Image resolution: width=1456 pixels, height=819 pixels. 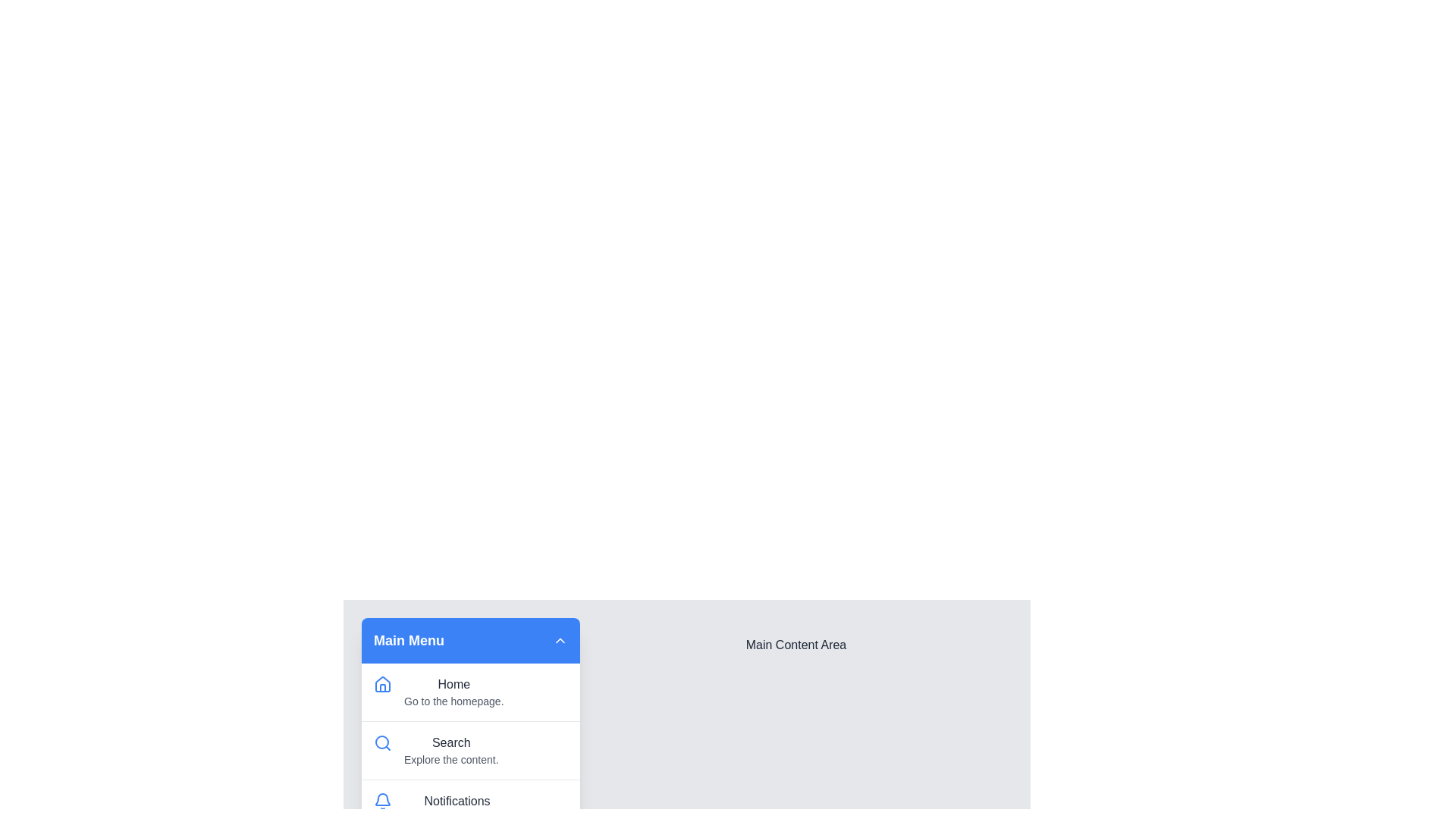 I want to click on the menu item Search to navigate or view details, so click(x=469, y=749).